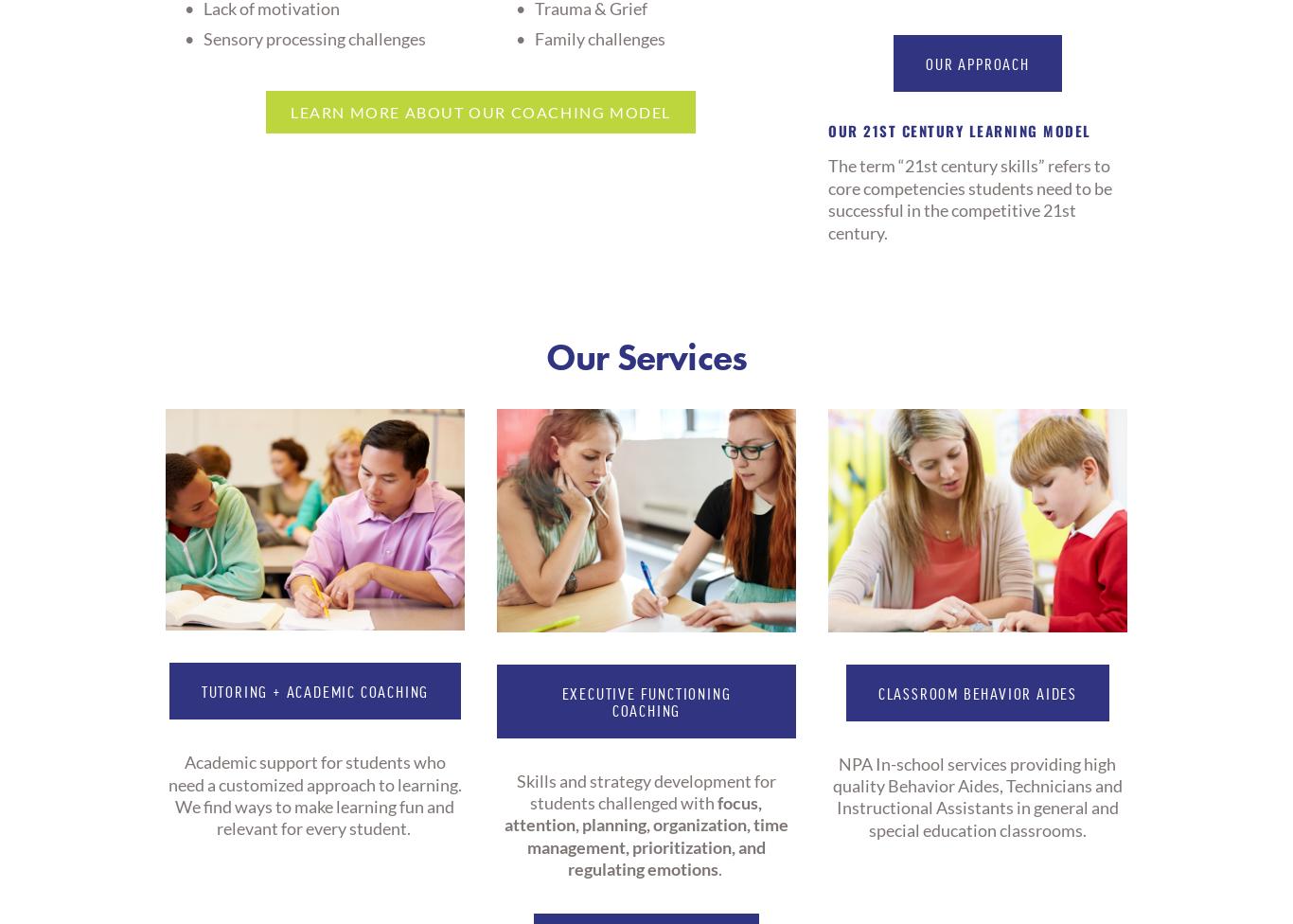 The height and width of the screenshot is (924, 1293). Describe the element at coordinates (314, 690) in the screenshot. I see `'tutoring + ACADEMIC Coaching'` at that location.